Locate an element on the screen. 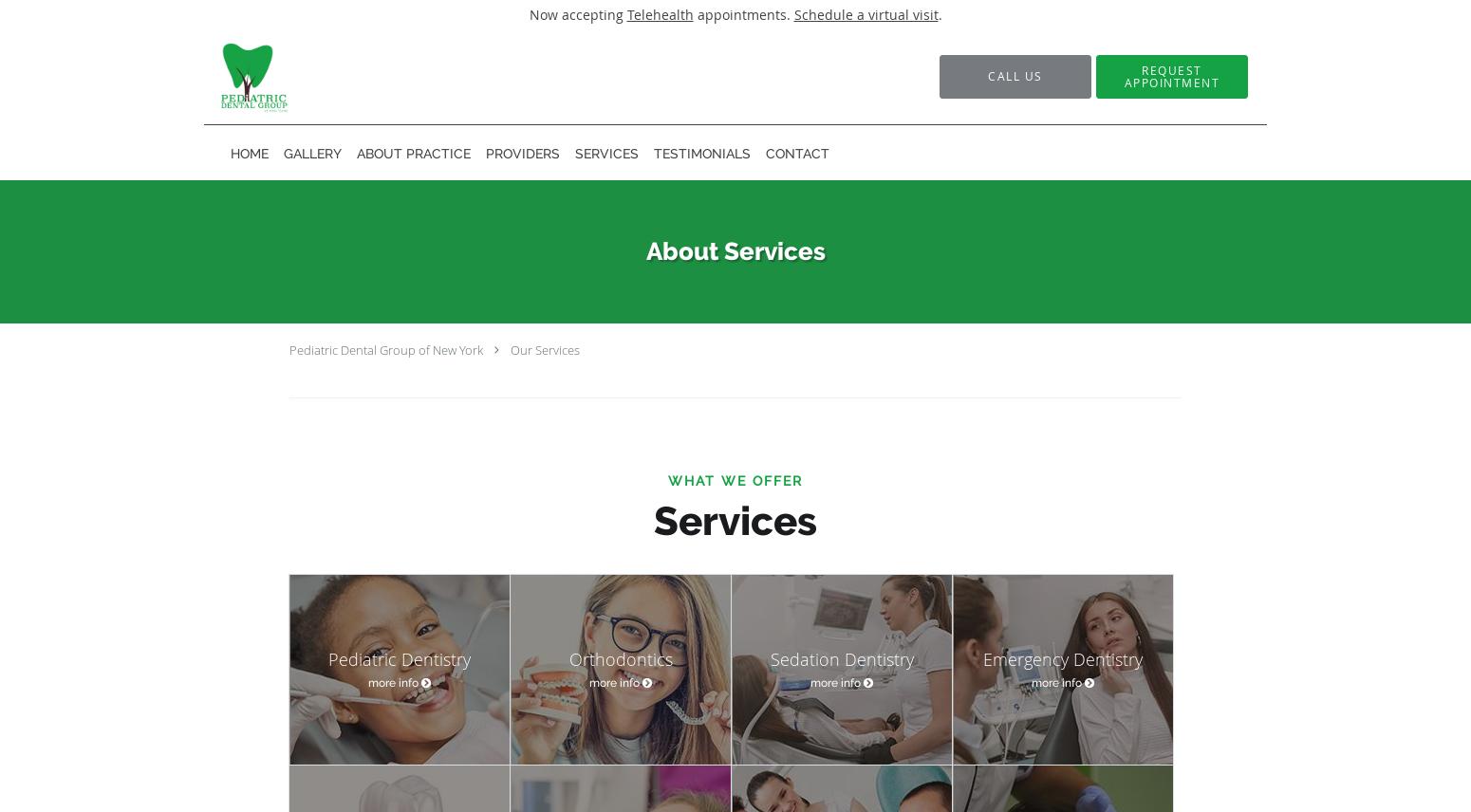 The height and width of the screenshot is (812, 1471). 'Sedation Dentistry' is located at coordinates (841, 657).